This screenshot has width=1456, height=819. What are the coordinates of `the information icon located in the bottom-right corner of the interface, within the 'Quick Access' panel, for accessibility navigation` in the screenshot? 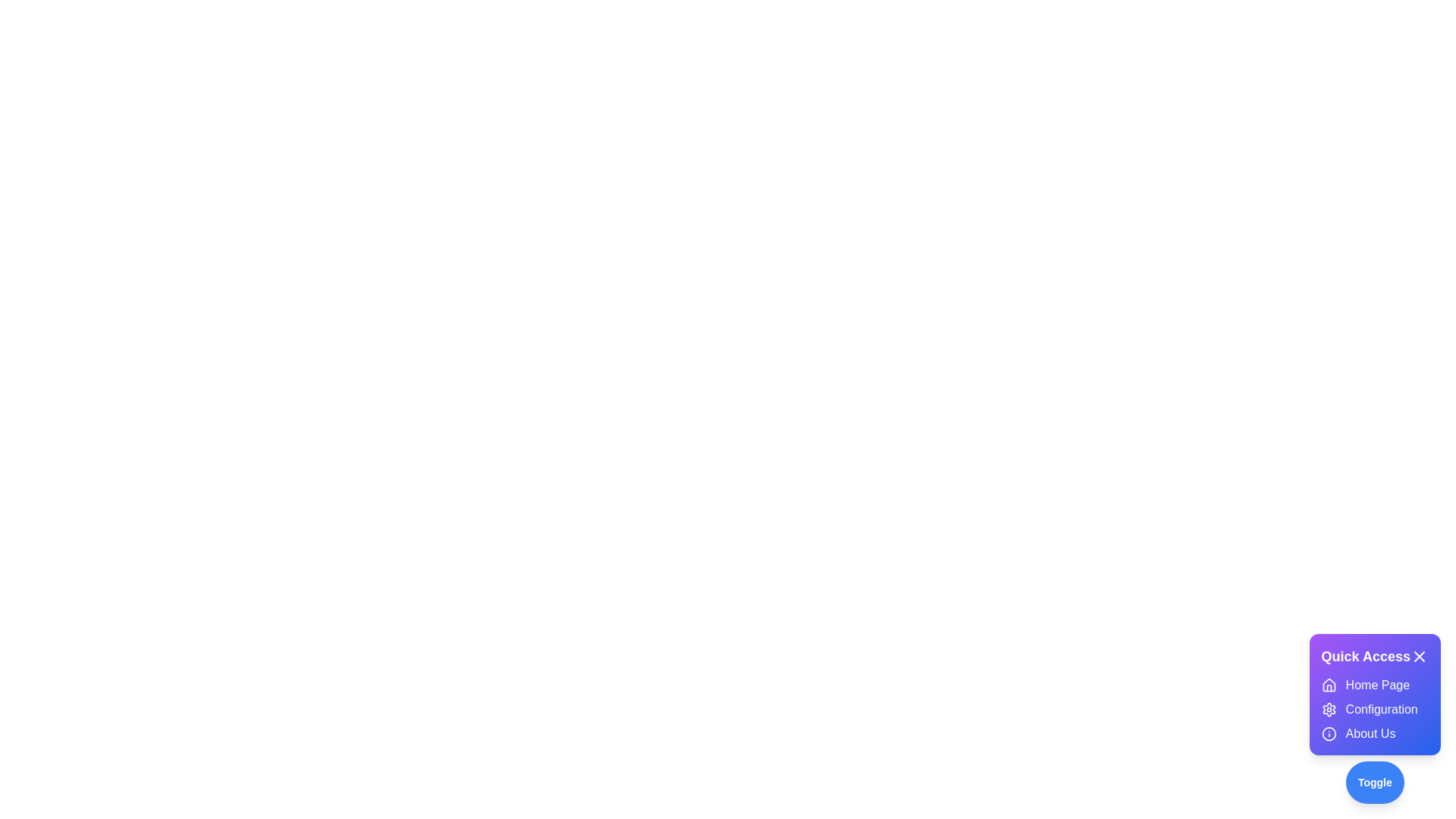 It's located at (1328, 733).